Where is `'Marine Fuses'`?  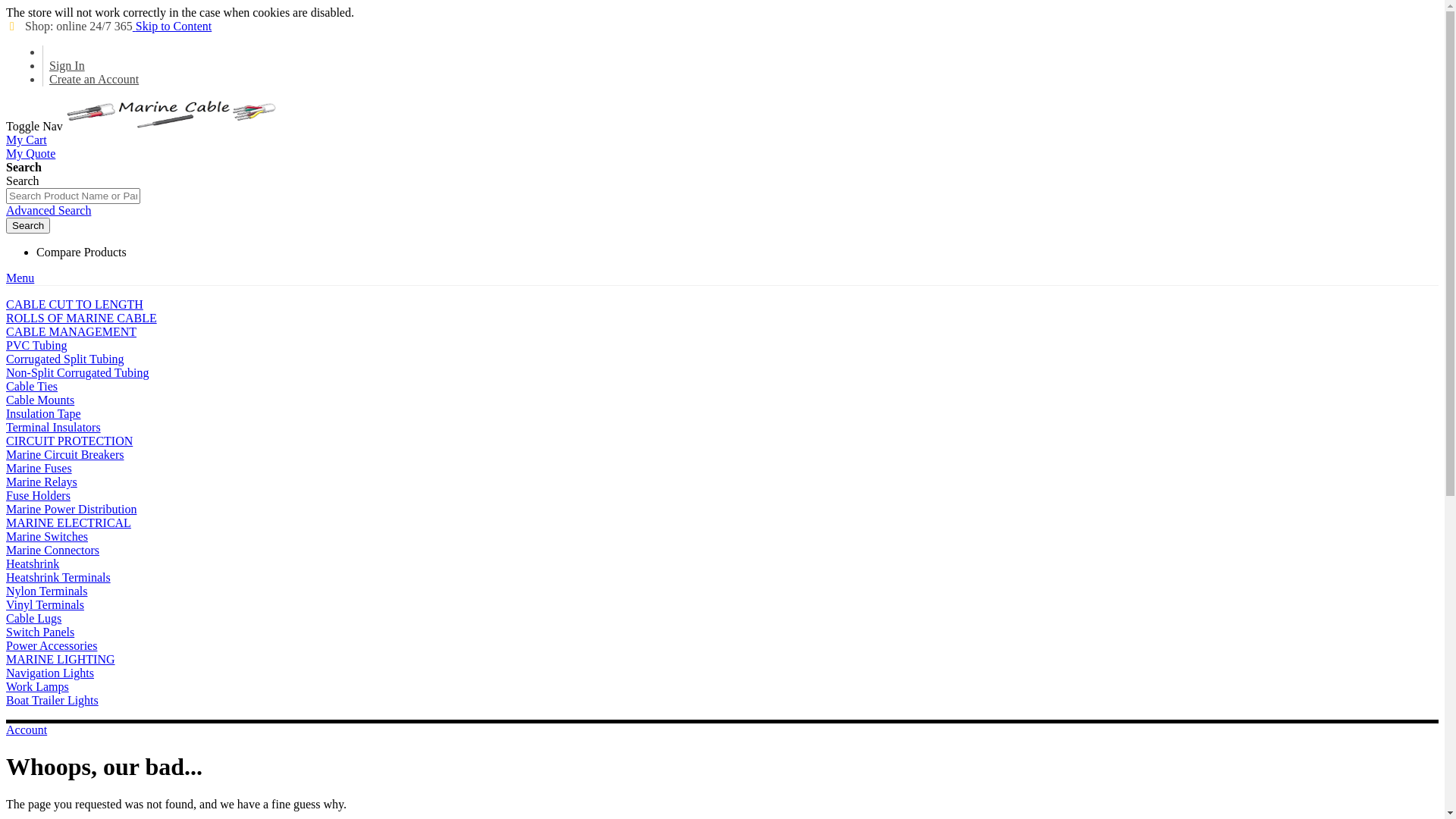 'Marine Fuses' is located at coordinates (6, 467).